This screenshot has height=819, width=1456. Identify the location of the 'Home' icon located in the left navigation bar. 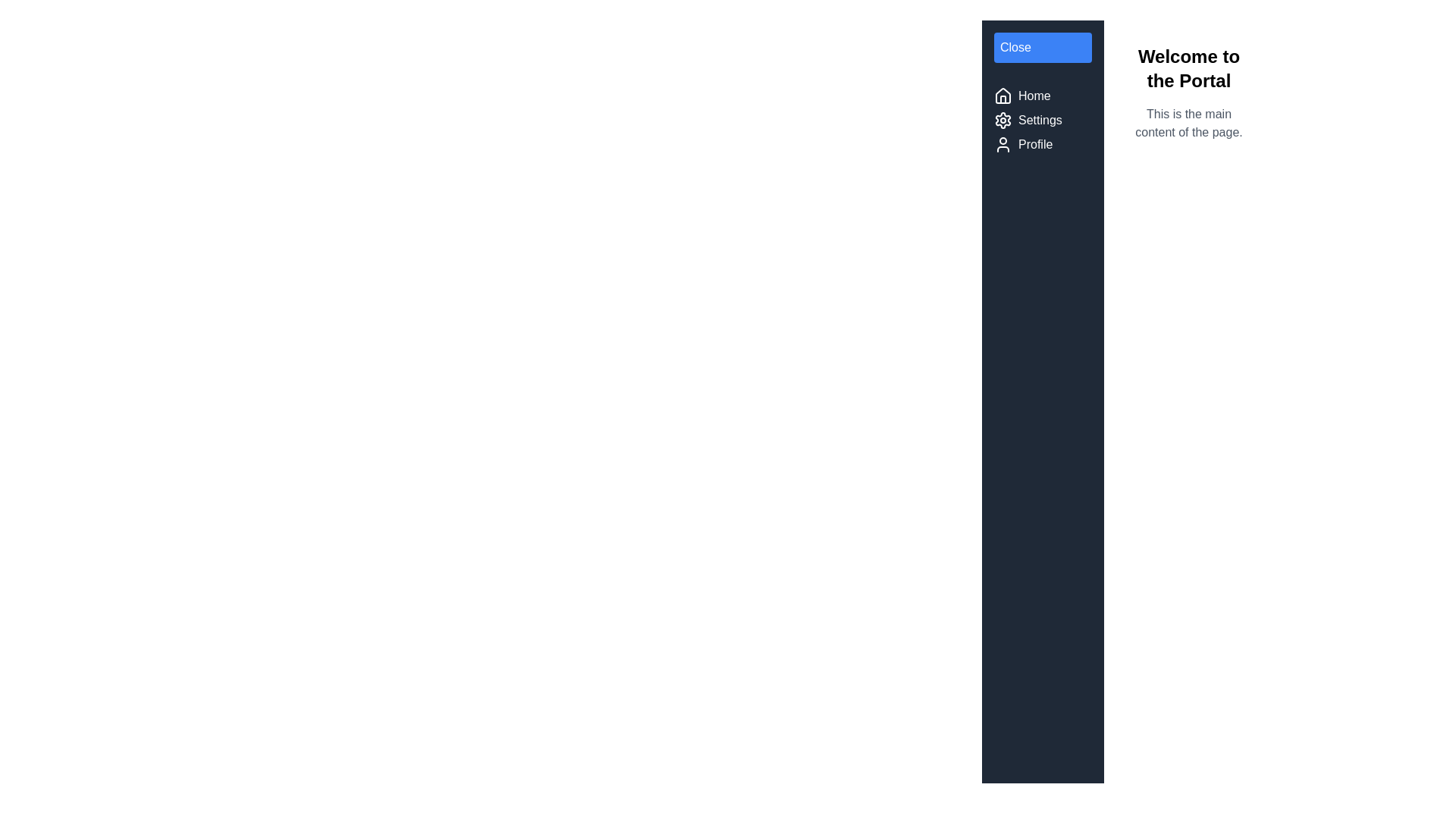
(1003, 96).